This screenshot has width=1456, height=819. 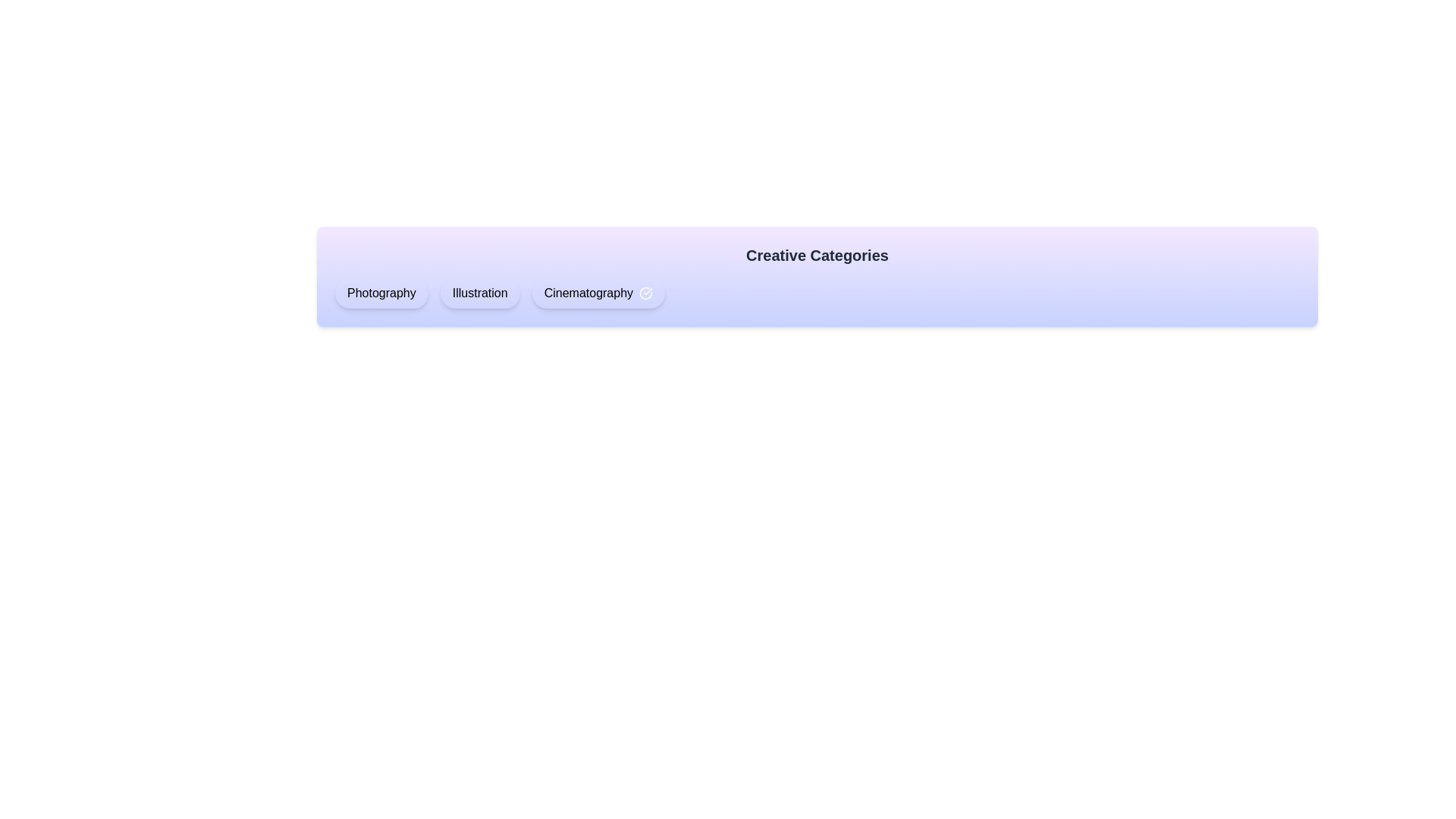 What do you see at coordinates (598, 293) in the screenshot?
I see `the chip labeled Cinematography` at bounding box center [598, 293].